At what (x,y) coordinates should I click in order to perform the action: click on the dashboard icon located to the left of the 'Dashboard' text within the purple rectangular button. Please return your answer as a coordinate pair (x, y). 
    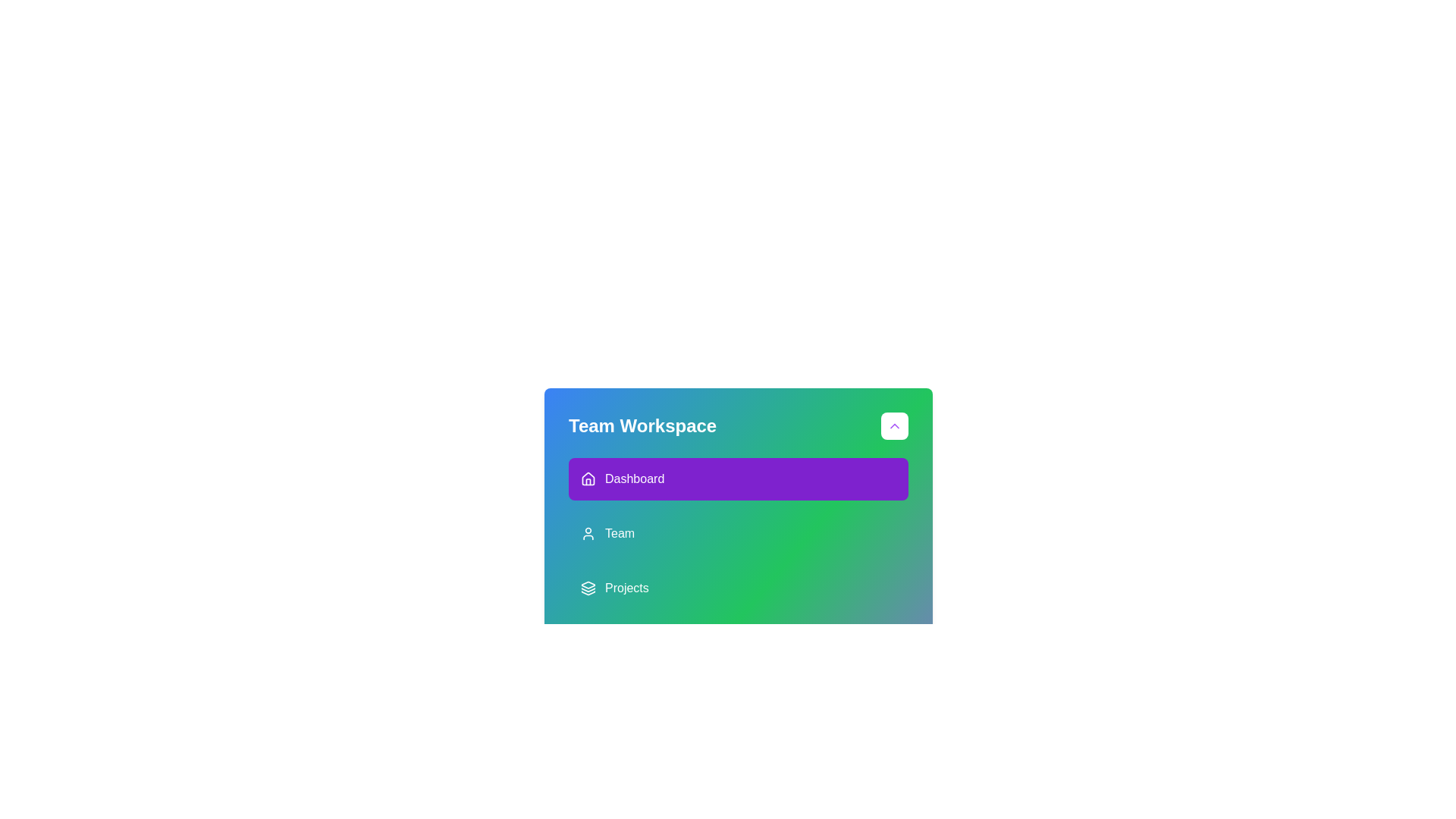
    Looking at the image, I should click on (588, 479).